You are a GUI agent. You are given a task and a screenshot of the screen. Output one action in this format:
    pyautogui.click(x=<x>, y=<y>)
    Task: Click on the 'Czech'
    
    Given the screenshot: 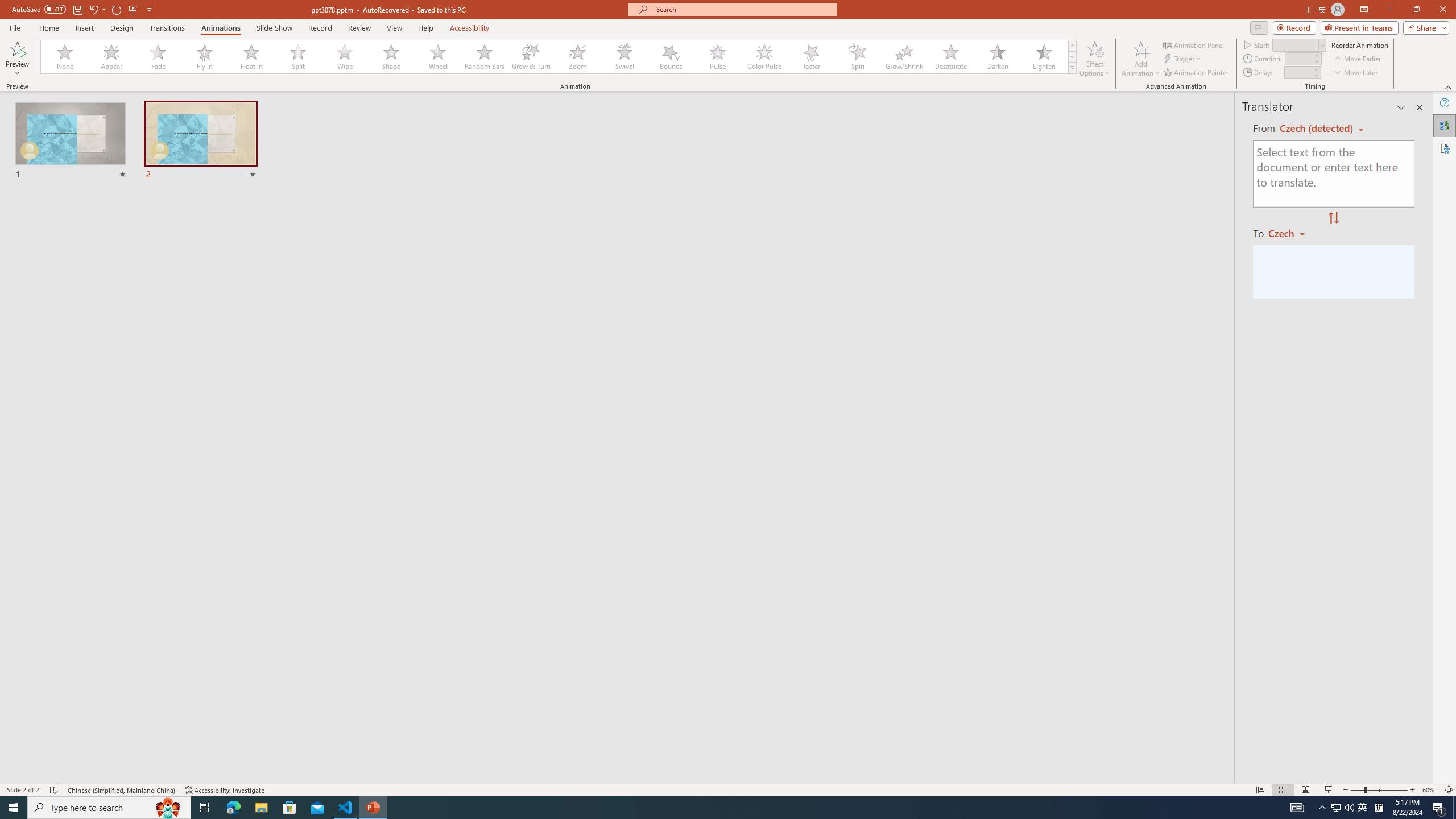 What is the action you would take?
    pyautogui.click(x=1291, y=233)
    